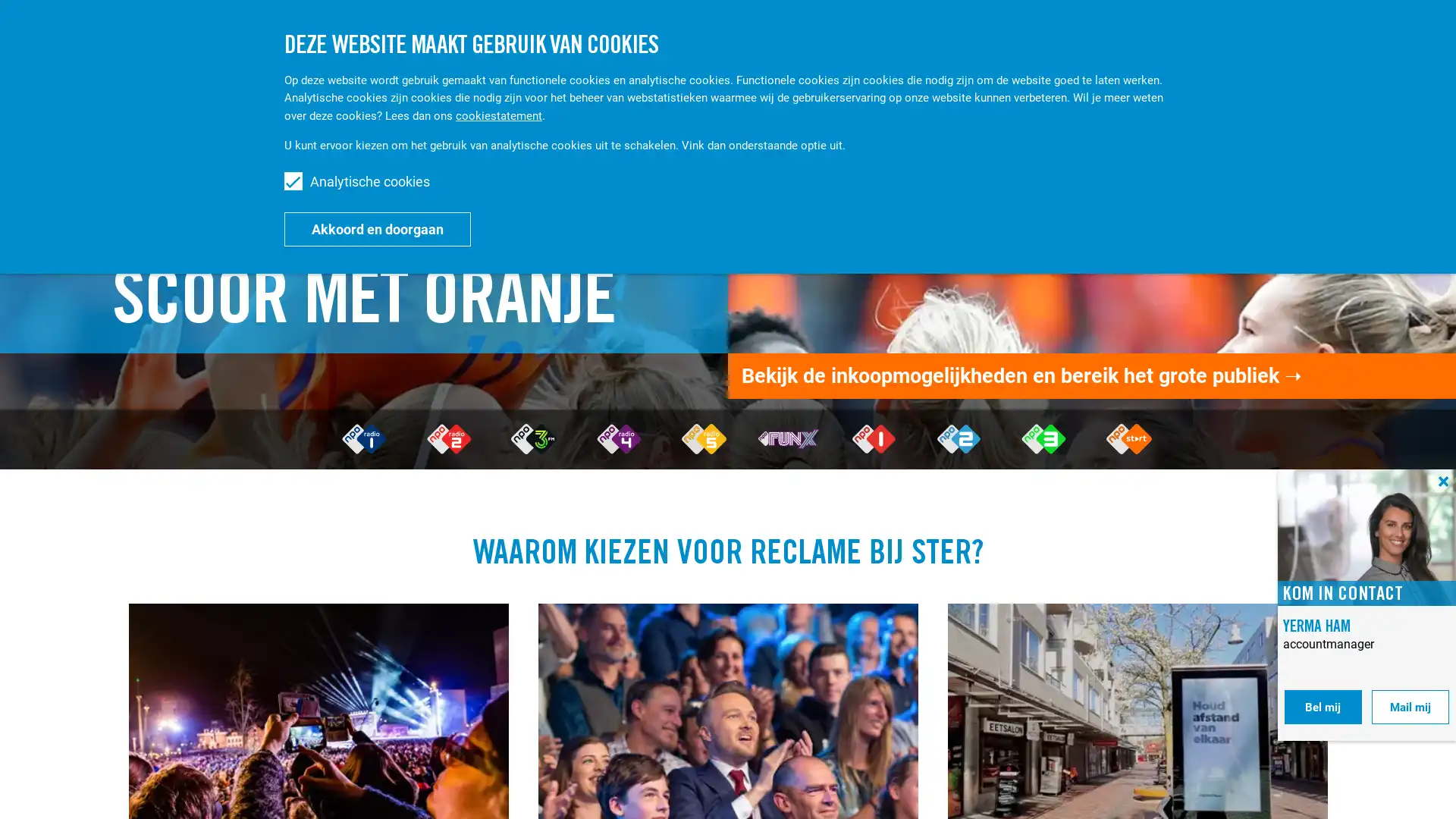 The height and width of the screenshot is (819, 1456). I want to click on Zoeken, so click(1299, 36).